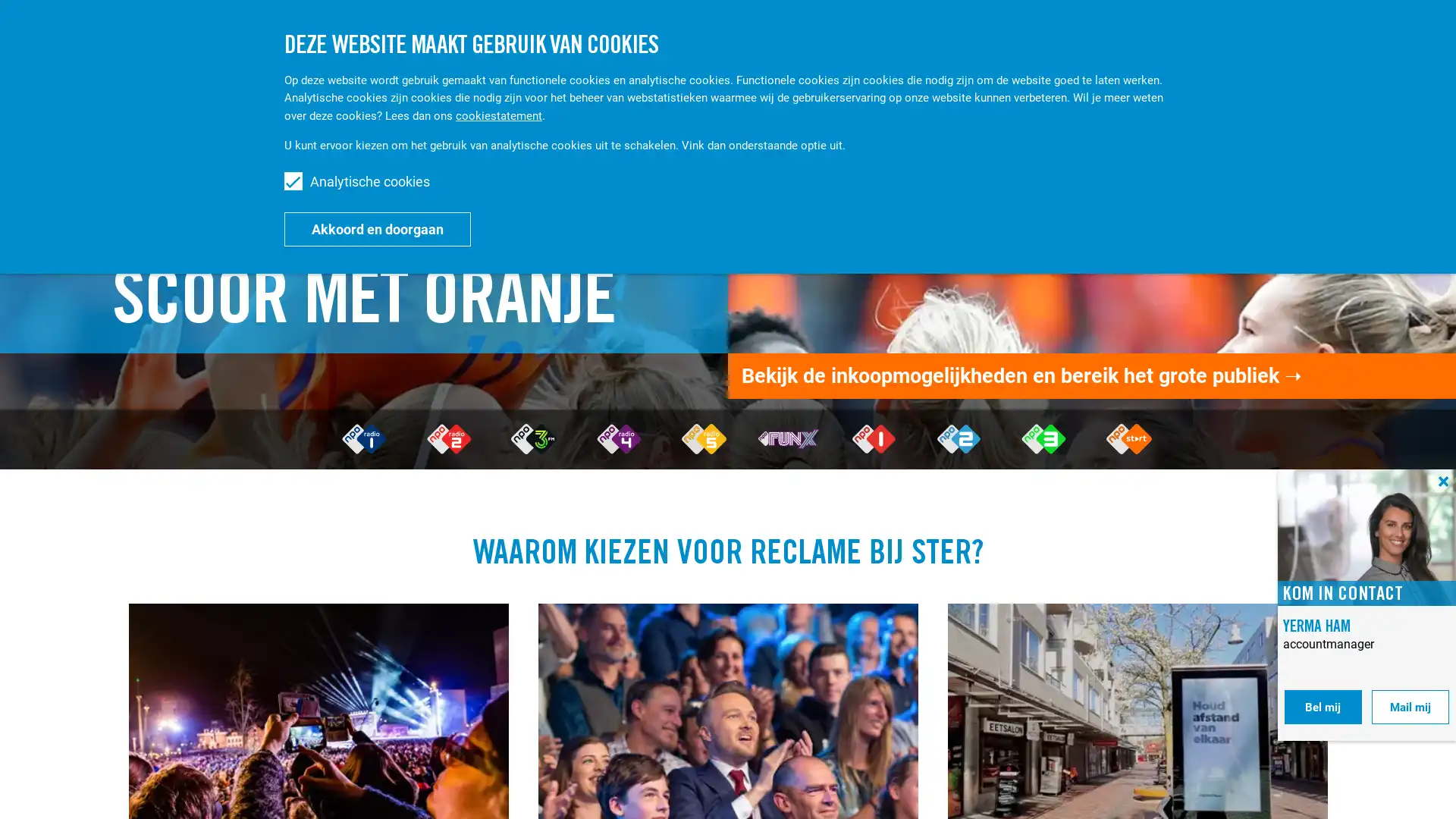 The height and width of the screenshot is (819, 1456). I want to click on Zoeken, so click(1299, 36).